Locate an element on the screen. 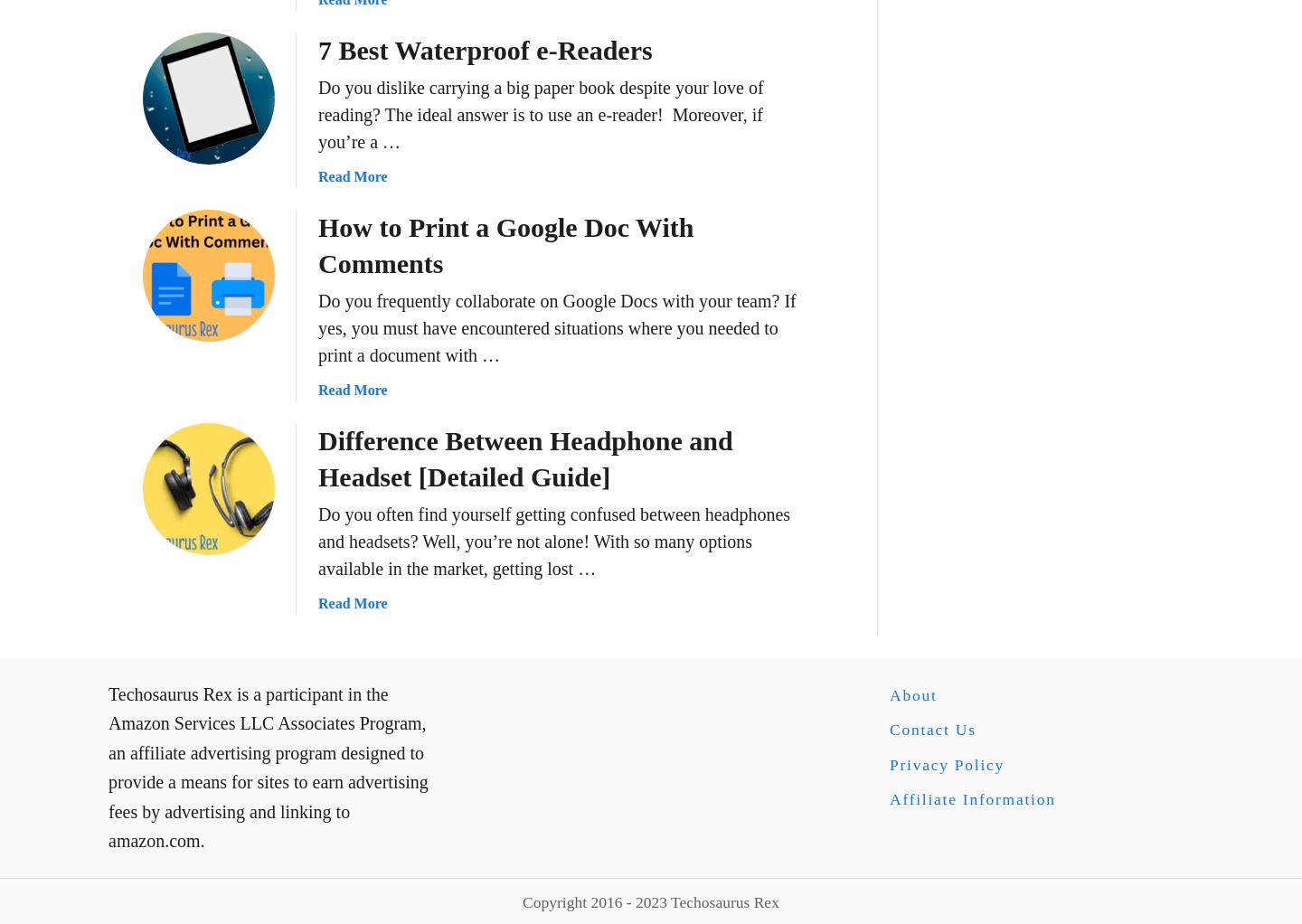 This screenshot has height=924, width=1302. 'Copyright 2016 - 2023 Techosaurus Rex' is located at coordinates (523, 900).